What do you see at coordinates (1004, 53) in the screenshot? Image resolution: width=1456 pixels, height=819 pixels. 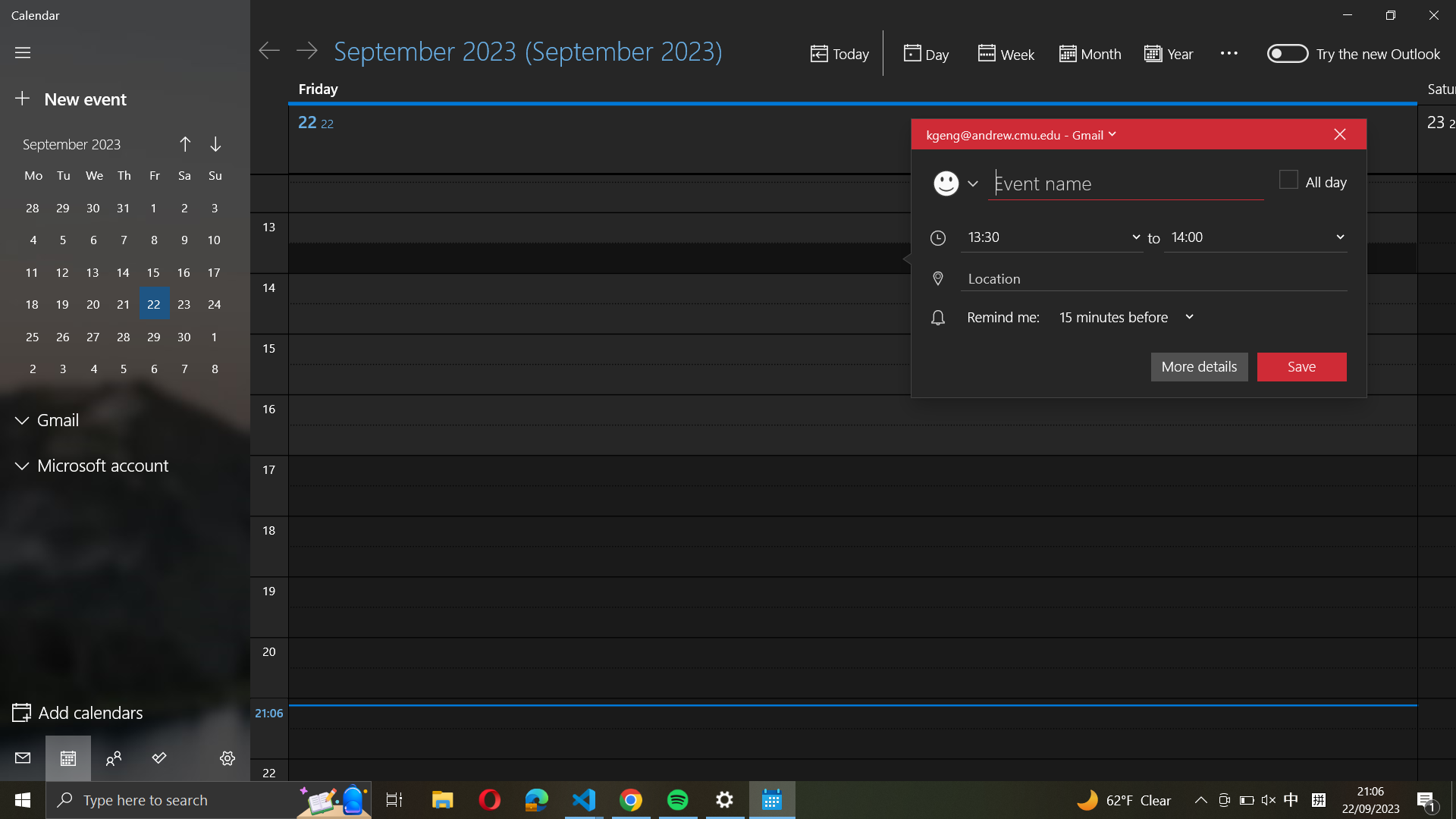 I see `View the weekly calendar` at bounding box center [1004, 53].